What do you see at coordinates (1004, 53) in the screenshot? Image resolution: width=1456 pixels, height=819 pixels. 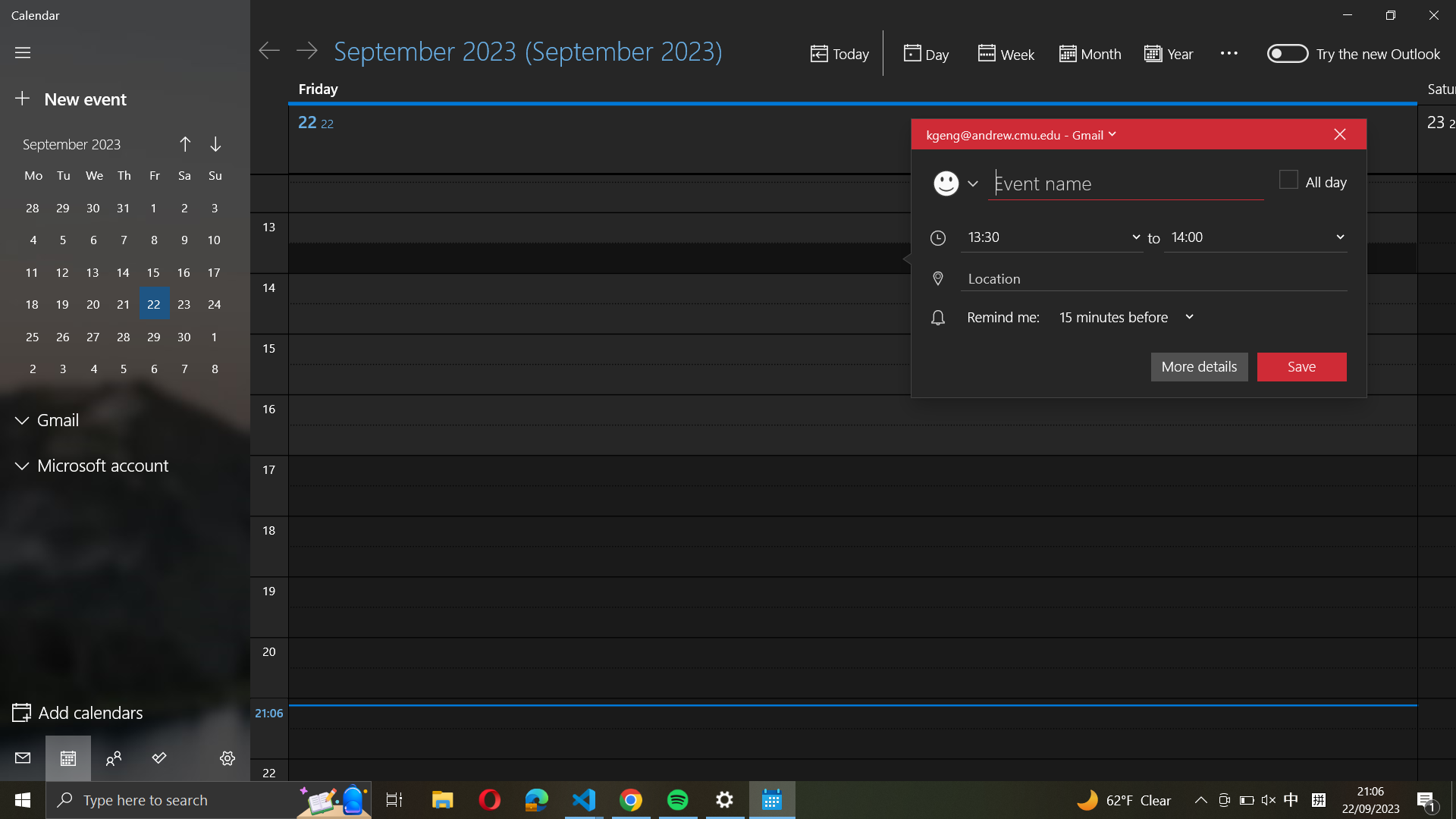 I see `View the weekly calendar` at bounding box center [1004, 53].